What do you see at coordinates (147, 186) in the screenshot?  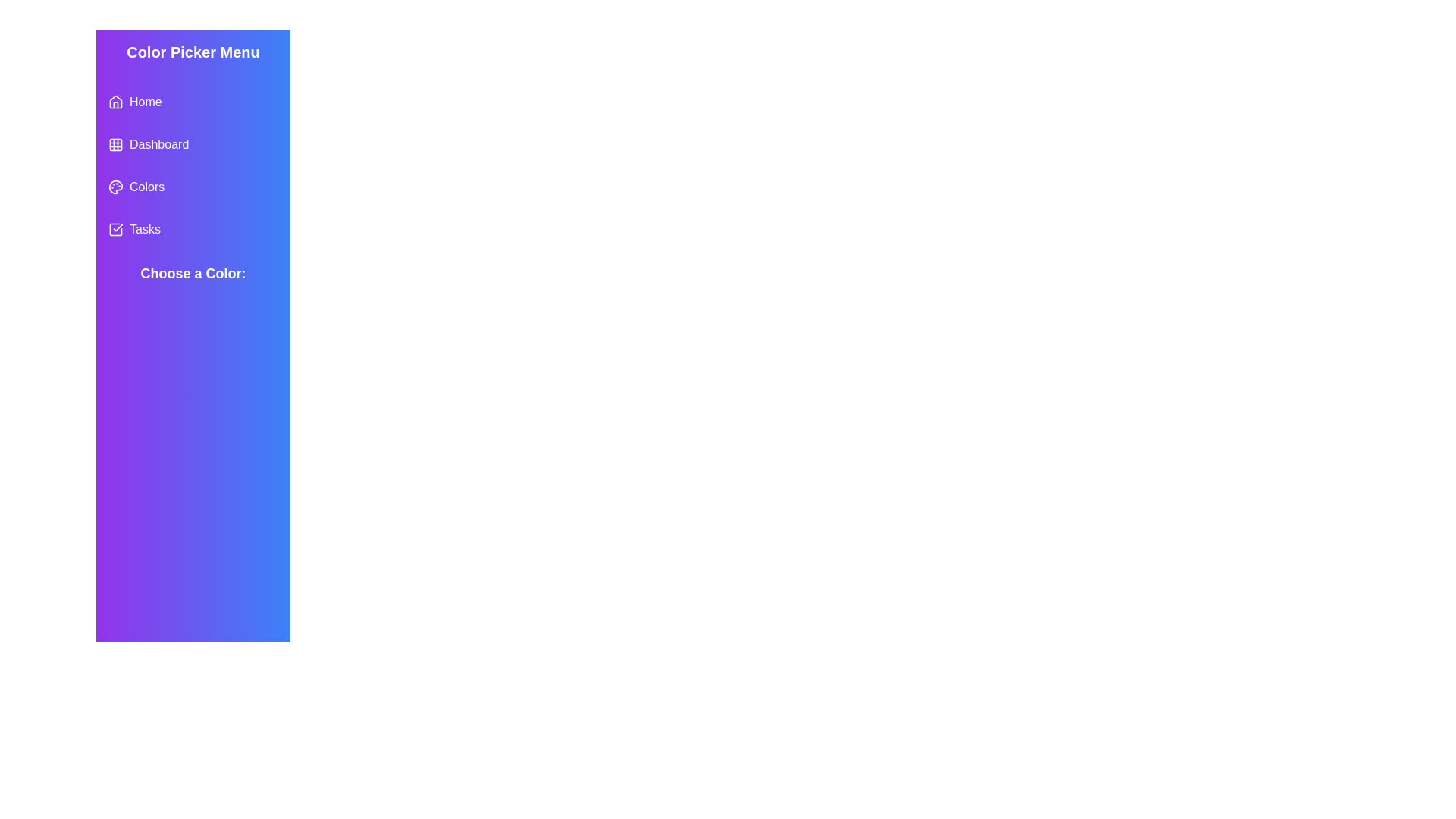 I see `the text label 'Colors' displayed in white font on a purple background within the navigation menu, located to the left of the circular palette icon` at bounding box center [147, 186].